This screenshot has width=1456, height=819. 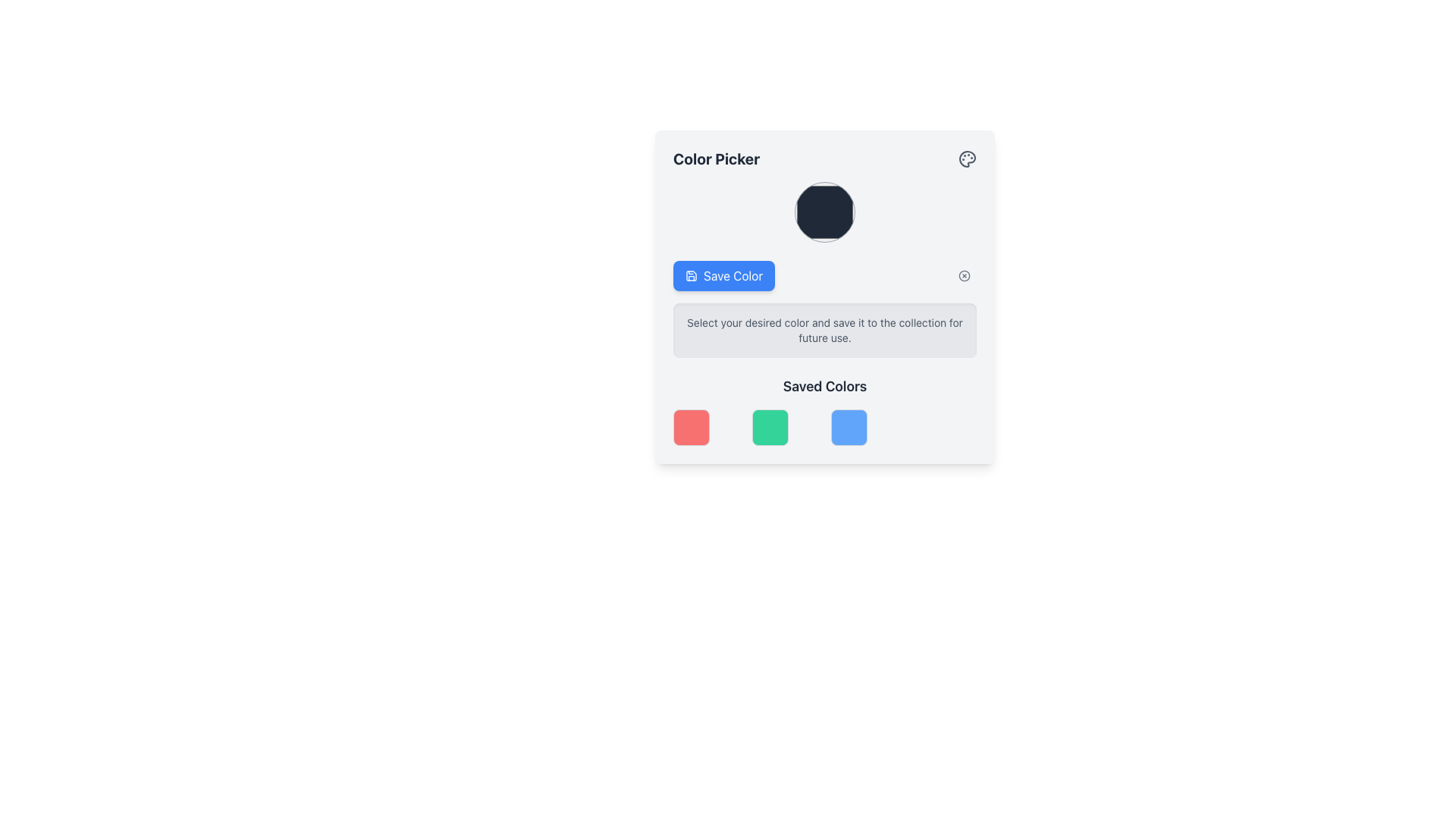 I want to click on the small circular close button with an inner 'X' located in the upper-right side of the 'Color Picker' section, so click(x=964, y=275).